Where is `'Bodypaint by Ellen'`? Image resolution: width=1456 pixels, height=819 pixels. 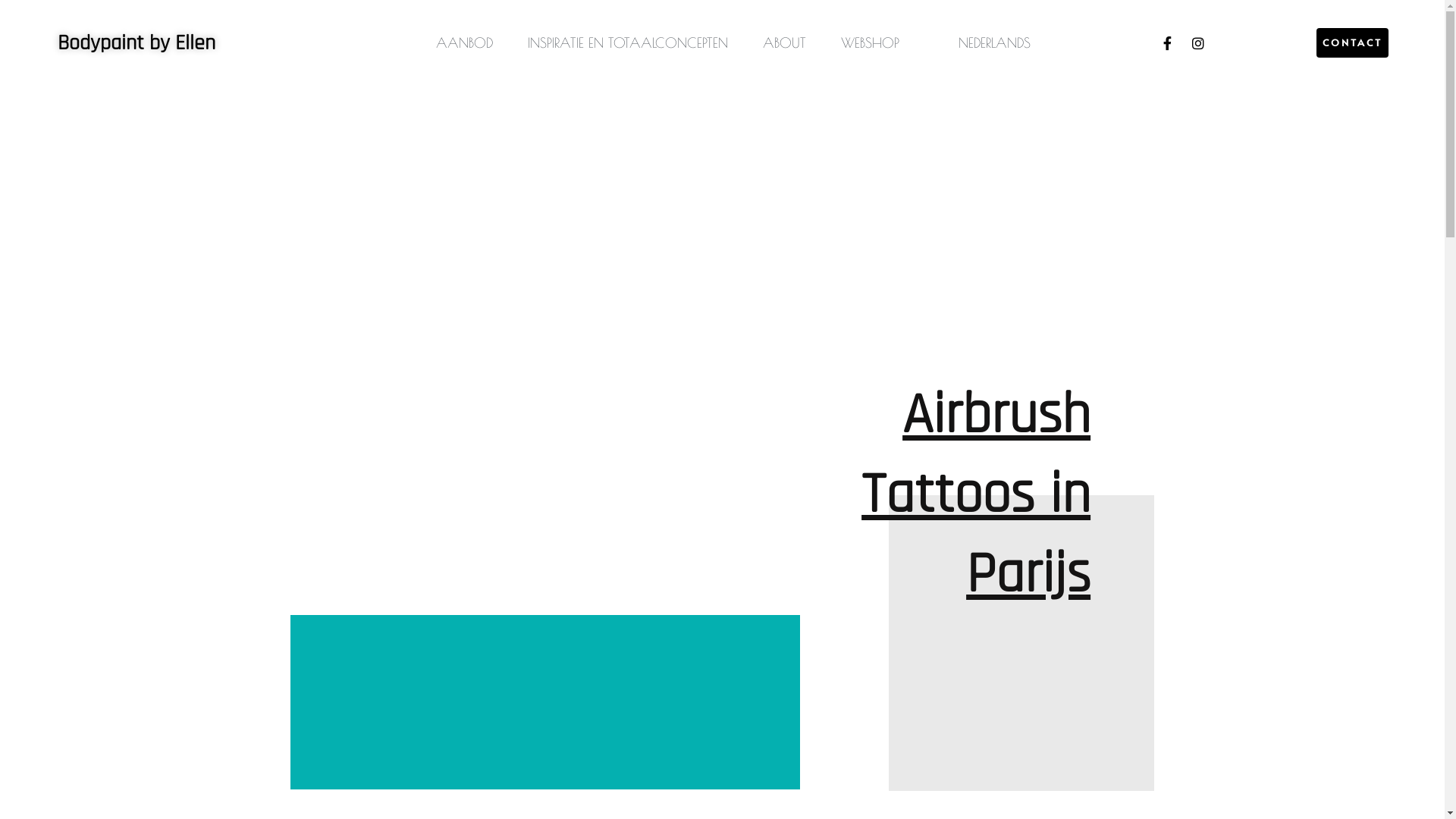 'Bodypaint by Ellen' is located at coordinates (136, 42).